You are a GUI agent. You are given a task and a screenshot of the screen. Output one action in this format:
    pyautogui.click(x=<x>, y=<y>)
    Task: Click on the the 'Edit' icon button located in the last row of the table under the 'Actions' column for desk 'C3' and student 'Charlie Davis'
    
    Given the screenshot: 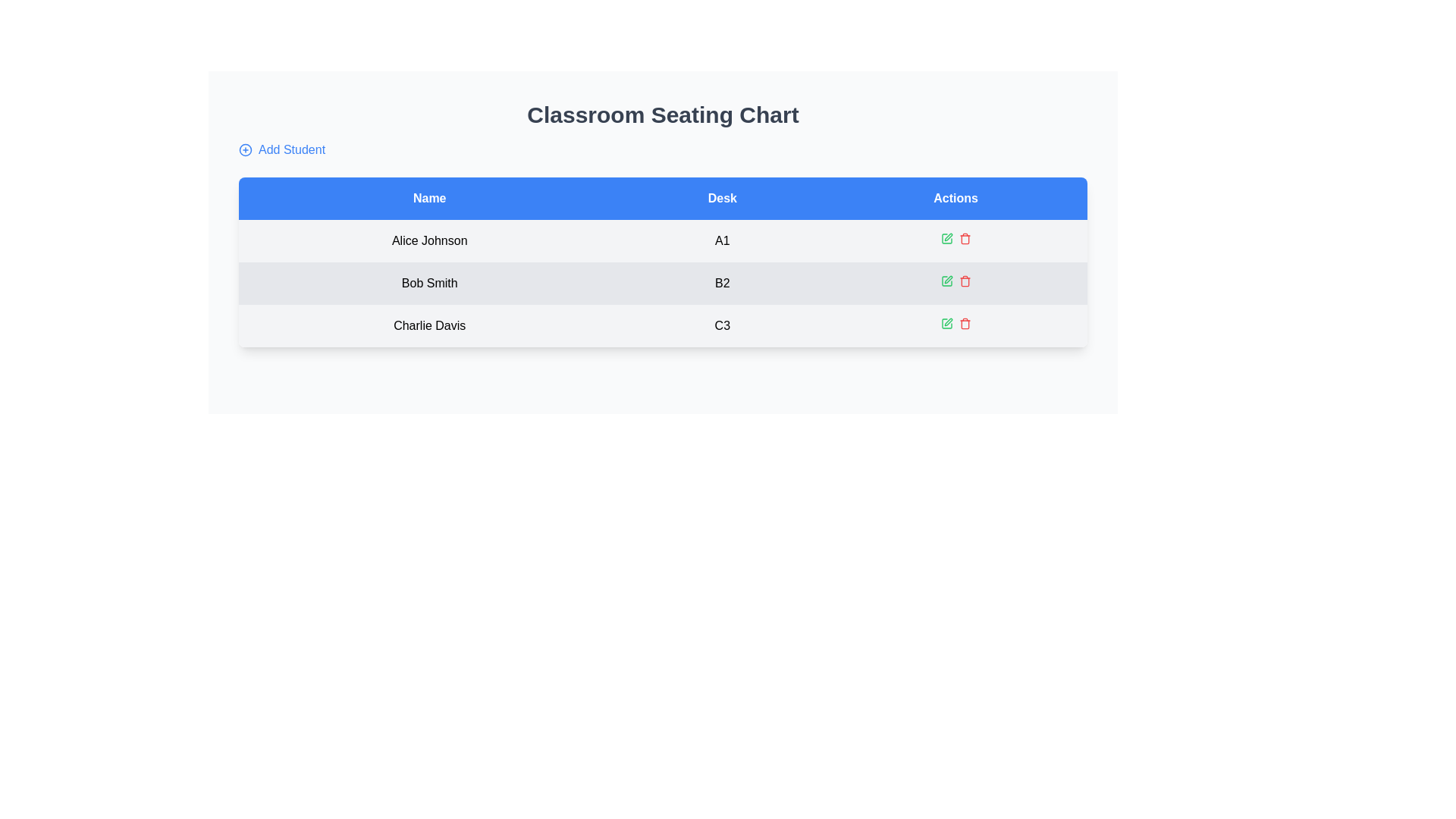 What is the action you would take?
    pyautogui.click(x=946, y=323)
    